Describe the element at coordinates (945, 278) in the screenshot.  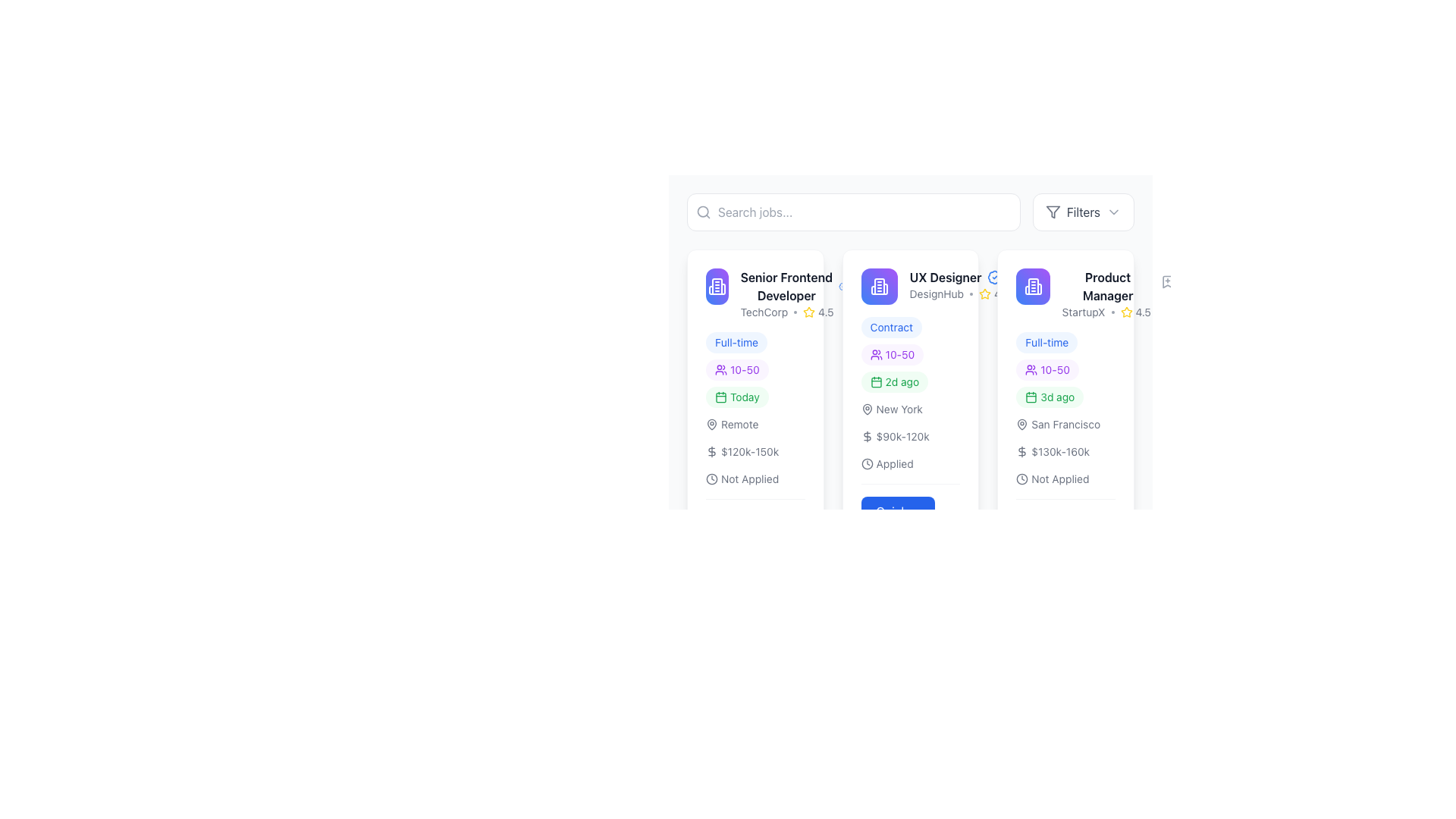
I see `the Text Label that serves as a job title, located near the top of the card in the center column, to the left of a badge icon` at that location.